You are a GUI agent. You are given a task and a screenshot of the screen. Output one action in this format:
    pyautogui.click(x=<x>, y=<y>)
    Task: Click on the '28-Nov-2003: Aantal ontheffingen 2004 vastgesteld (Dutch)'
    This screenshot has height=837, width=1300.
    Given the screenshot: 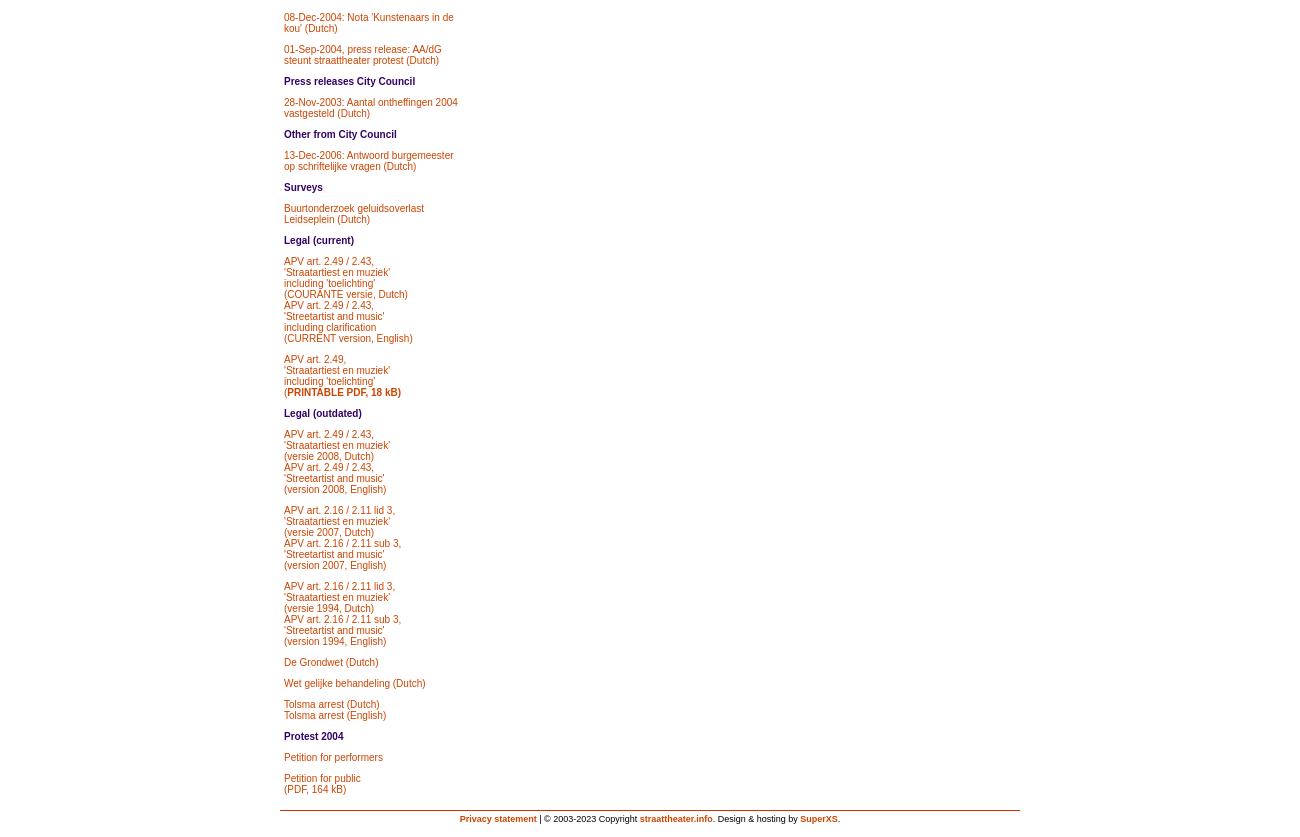 What is the action you would take?
    pyautogui.click(x=284, y=107)
    